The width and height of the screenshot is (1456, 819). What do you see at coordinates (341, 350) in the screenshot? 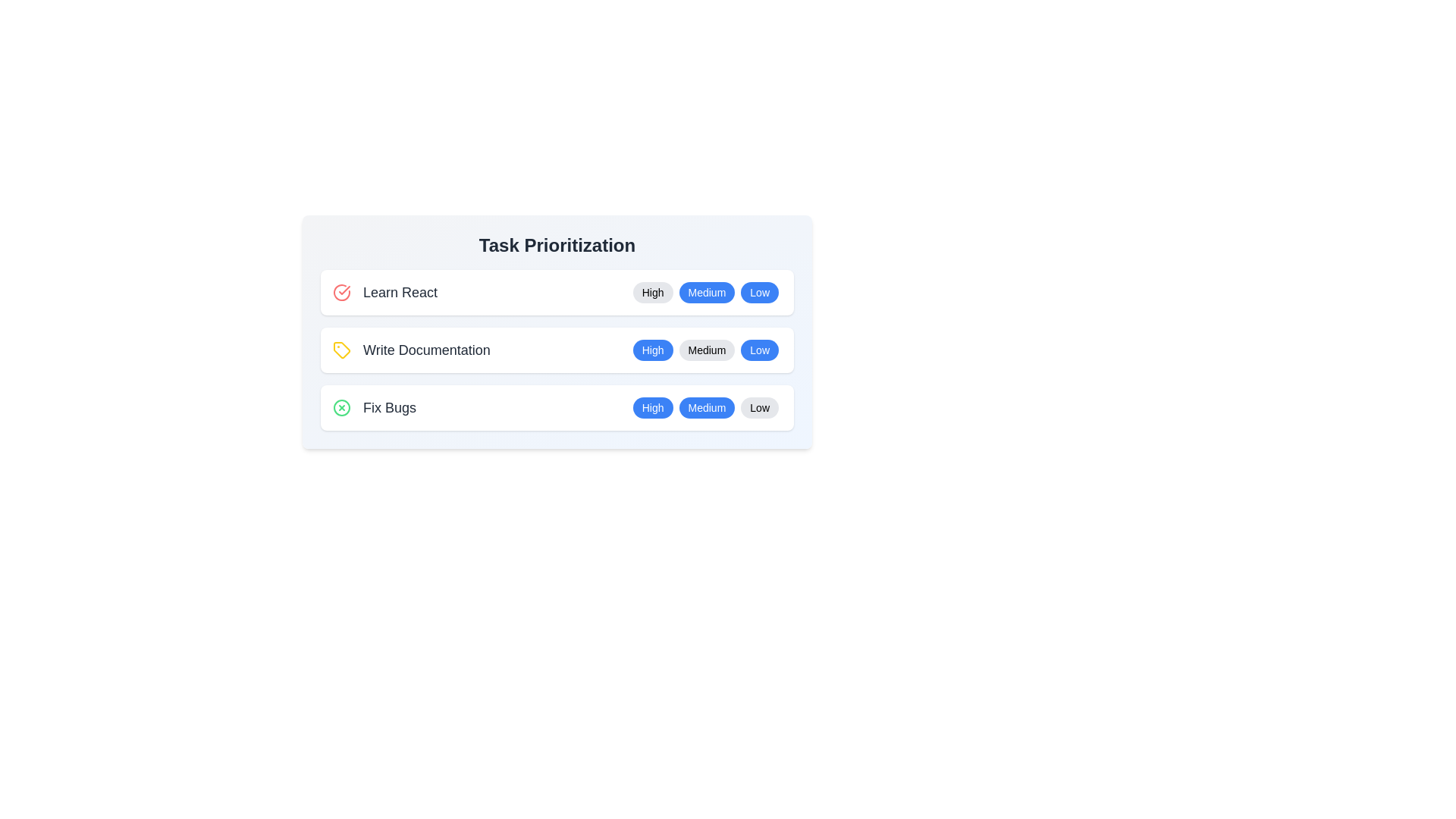
I see `the icon next to the task Write Documentation` at bounding box center [341, 350].